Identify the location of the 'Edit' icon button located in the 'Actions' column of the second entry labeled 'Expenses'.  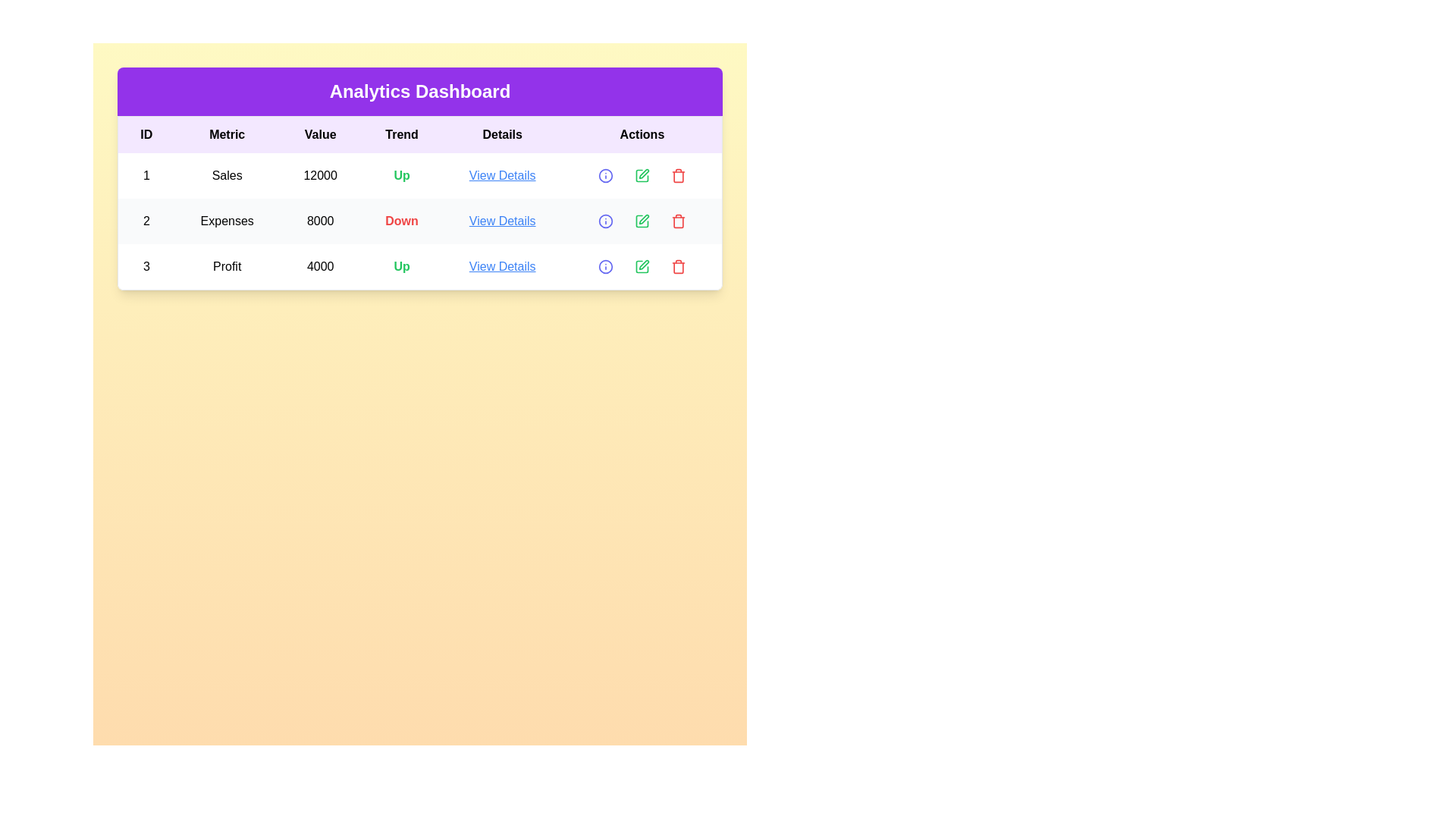
(642, 221).